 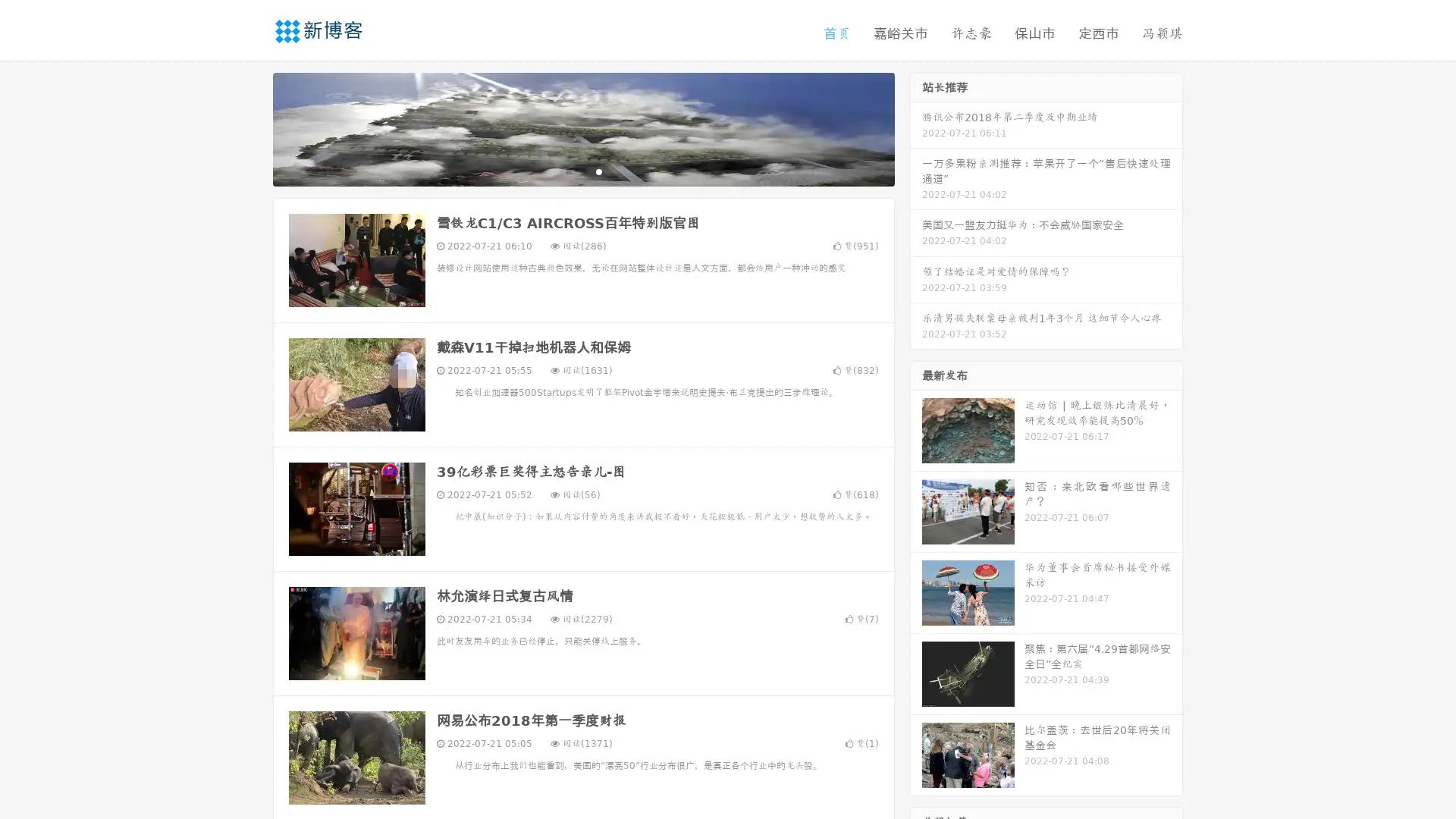 What do you see at coordinates (598, 171) in the screenshot?
I see `Go to slide 3` at bounding box center [598, 171].